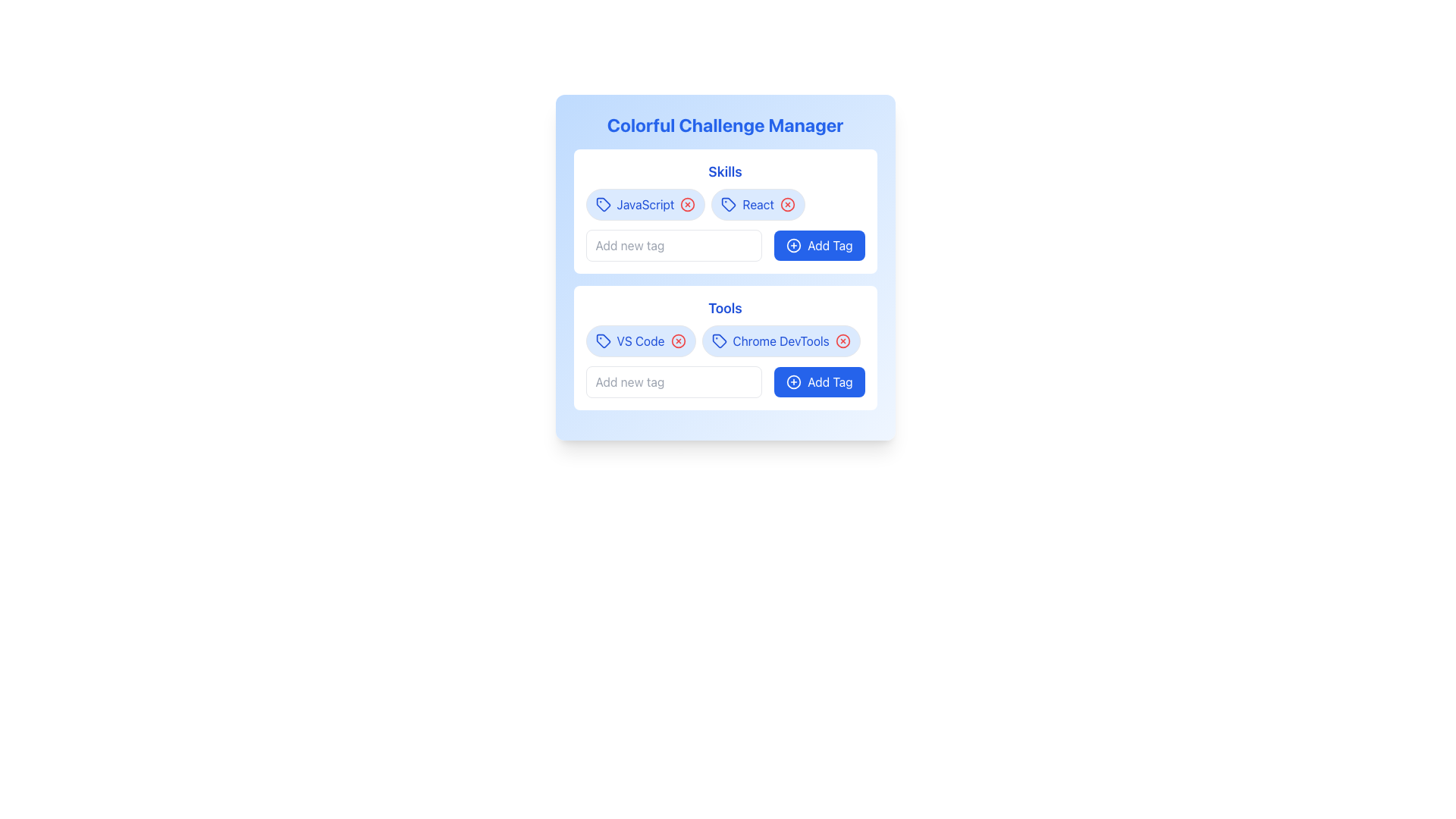 The height and width of the screenshot is (819, 1456). Describe the element at coordinates (687, 205) in the screenshot. I see `the 'remove' button associated with the 'JavaScript' tag located on the right side of the 'JavaScript' tag within the 'Skills' section` at that location.